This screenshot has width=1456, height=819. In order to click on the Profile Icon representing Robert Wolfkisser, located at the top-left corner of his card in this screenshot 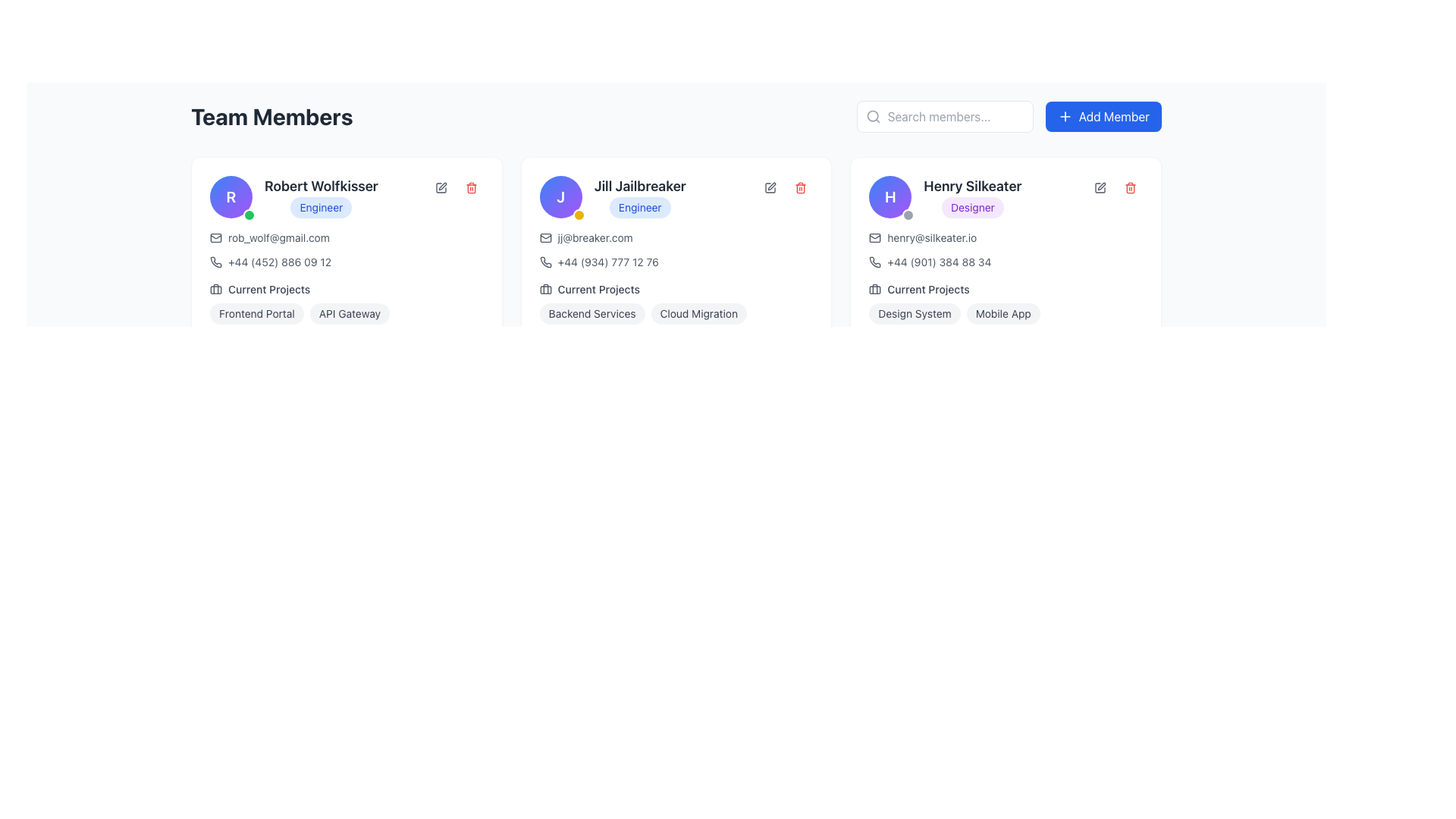, I will do `click(231, 196)`.